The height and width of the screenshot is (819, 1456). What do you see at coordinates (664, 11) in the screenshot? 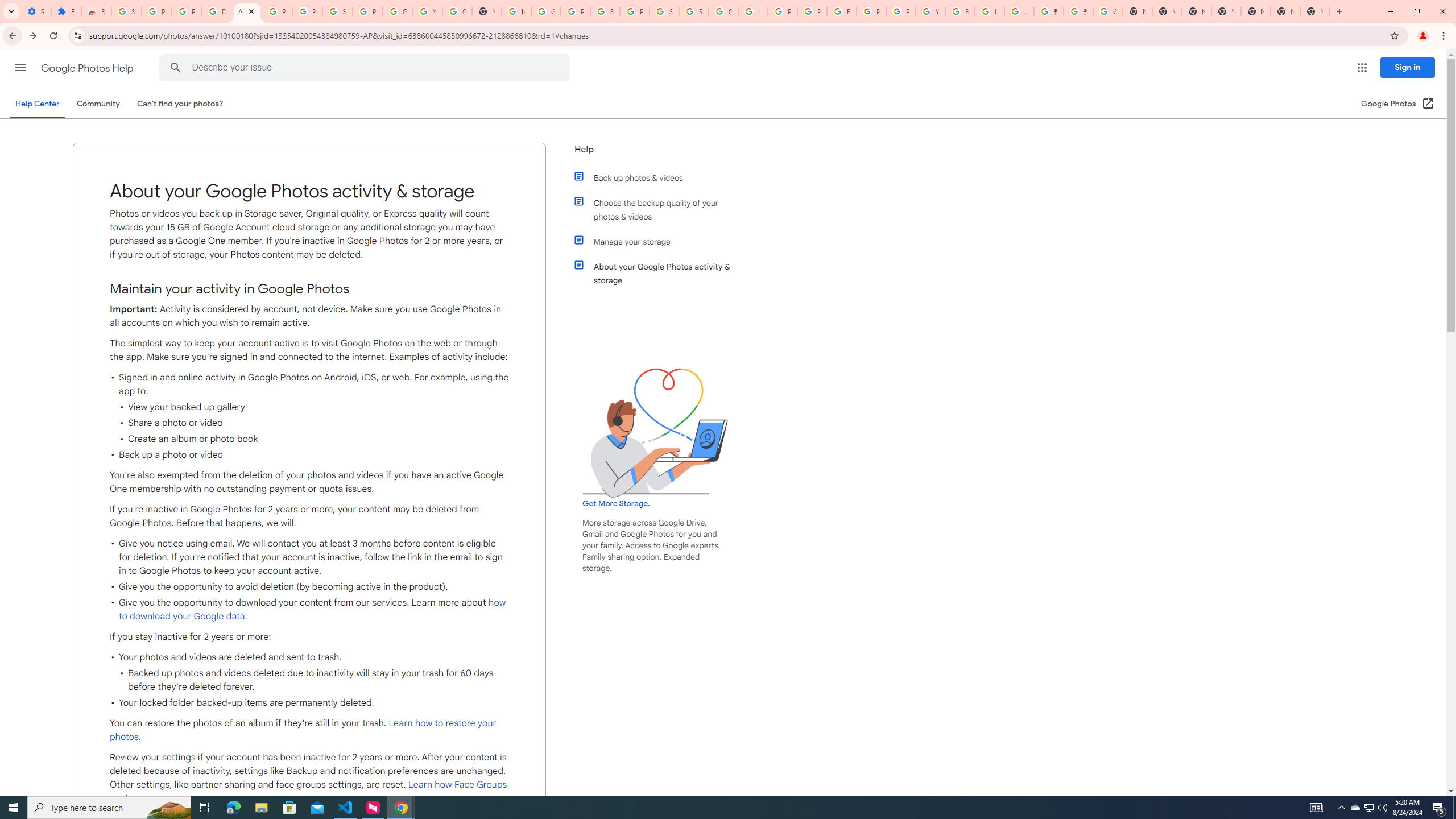
I see `'Sign in - Google Accounts'` at bounding box center [664, 11].